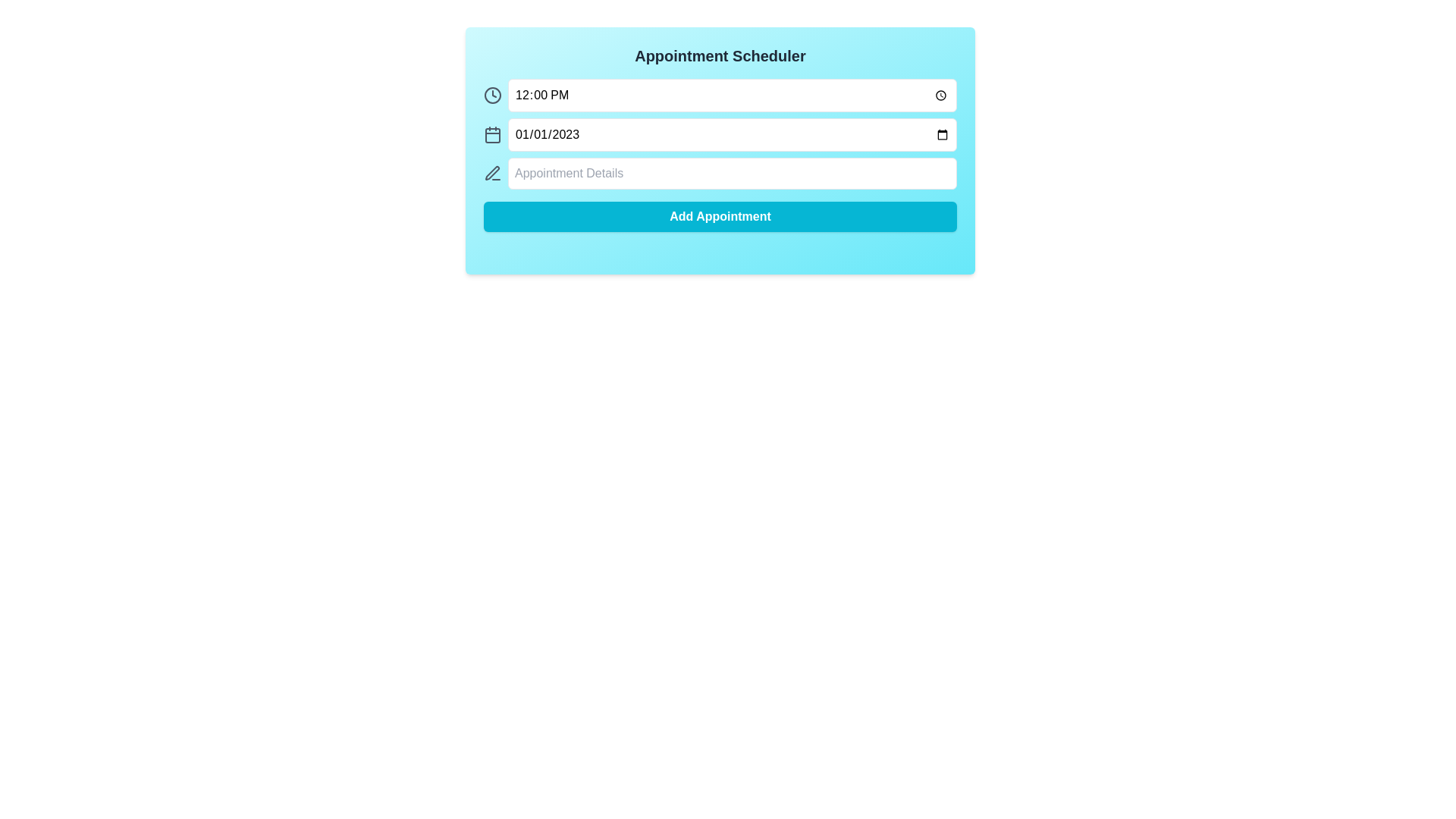  What do you see at coordinates (492, 172) in the screenshot?
I see `the graphical response of the edit icon located to the left of the 'Appointment Details' input field` at bounding box center [492, 172].